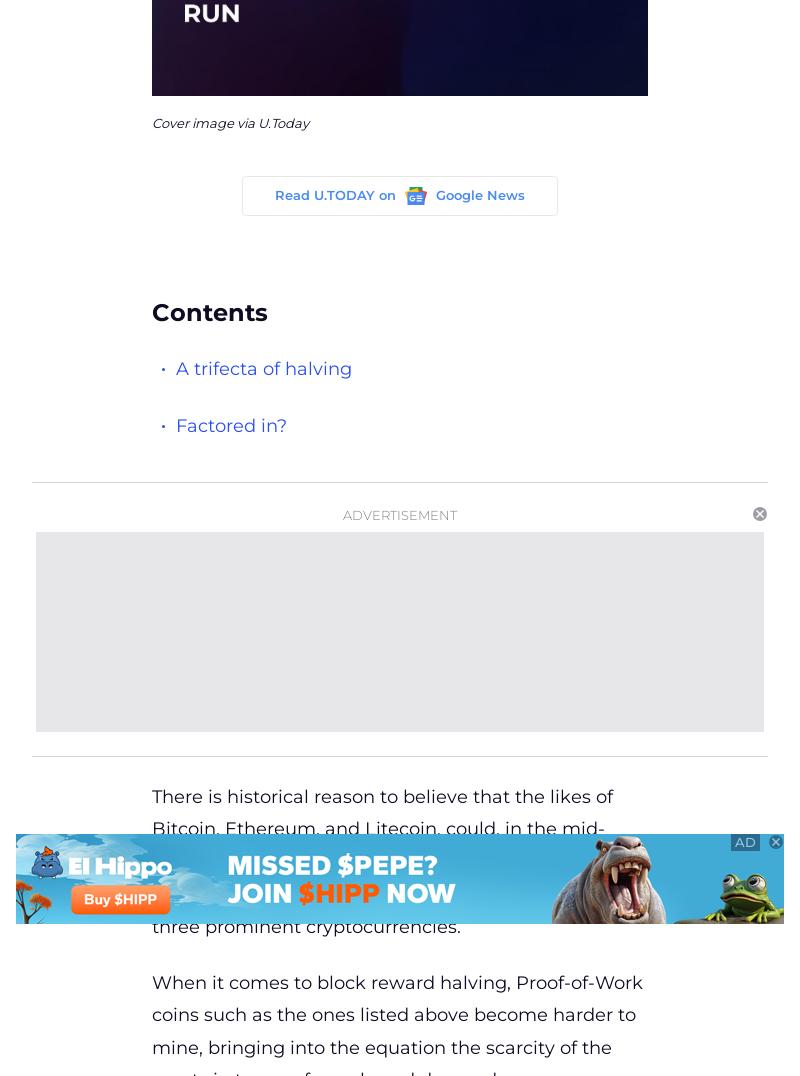 This screenshot has width=800, height=1076. I want to click on 'Cover image via', so click(204, 121).